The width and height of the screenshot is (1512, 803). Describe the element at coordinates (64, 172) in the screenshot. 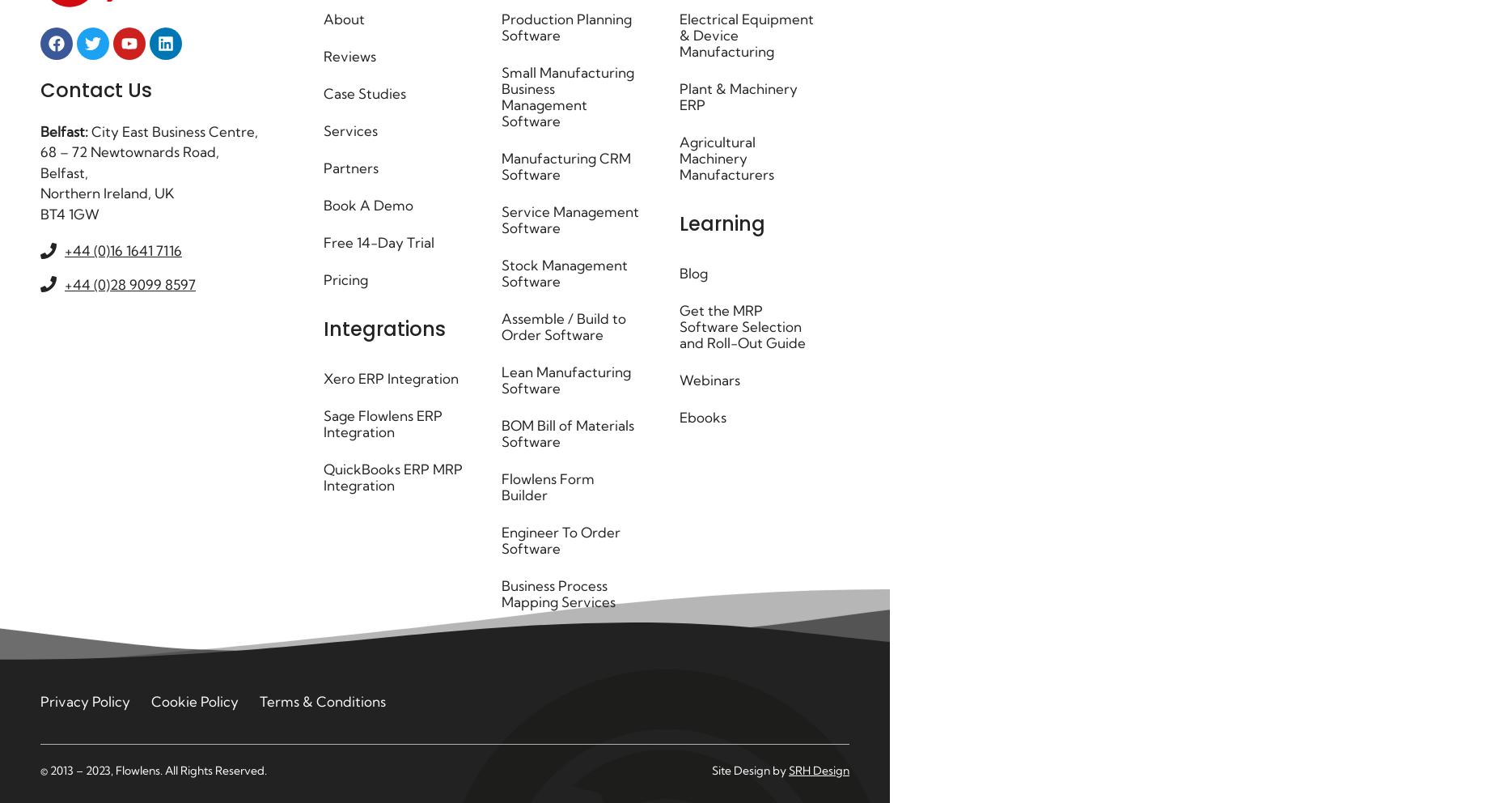

I see `'Belfast,'` at that location.